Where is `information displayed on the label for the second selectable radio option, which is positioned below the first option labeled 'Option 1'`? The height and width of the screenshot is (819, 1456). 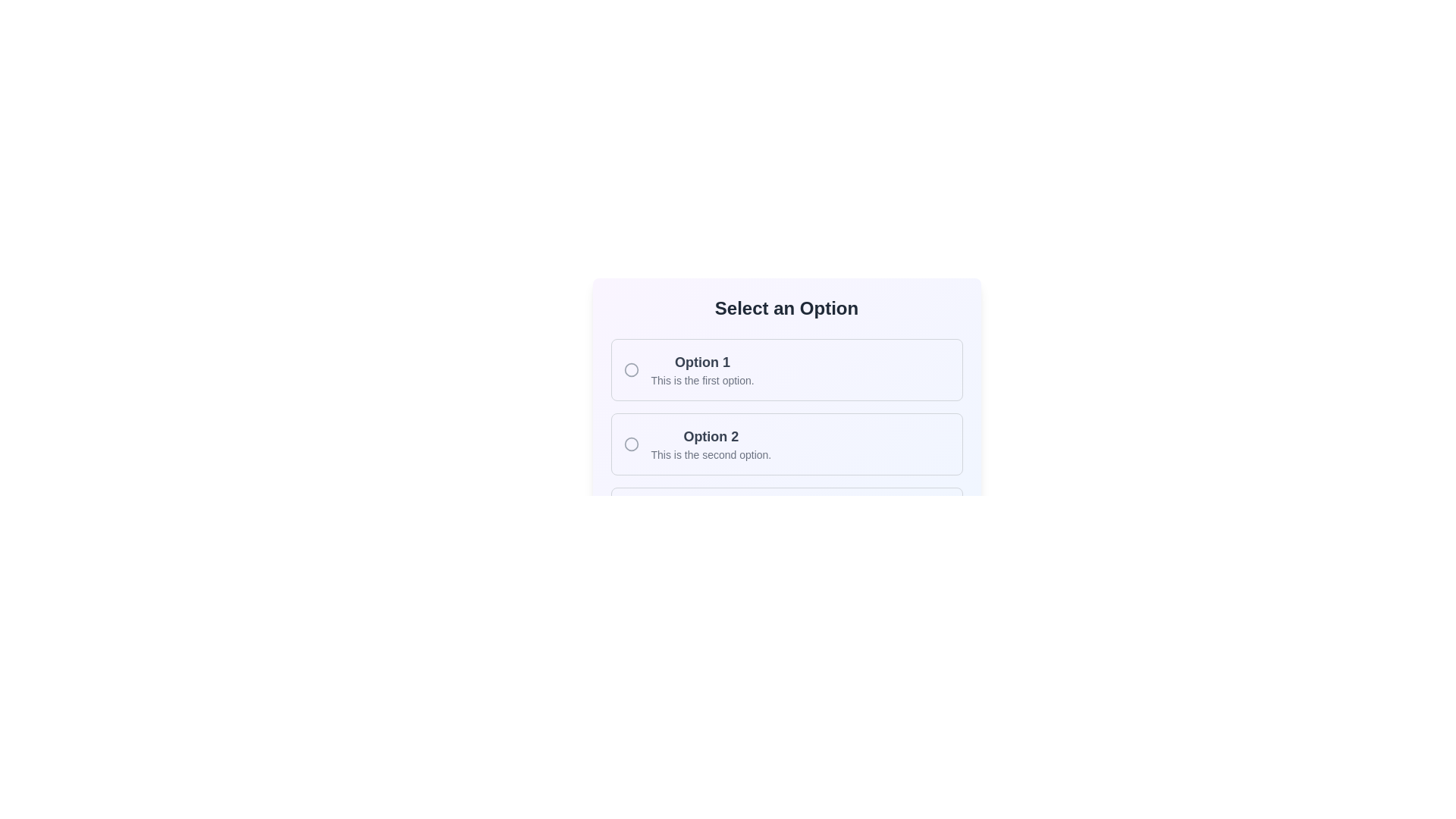 information displayed on the label for the second selectable radio option, which is positioned below the first option labeled 'Option 1' is located at coordinates (710, 444).